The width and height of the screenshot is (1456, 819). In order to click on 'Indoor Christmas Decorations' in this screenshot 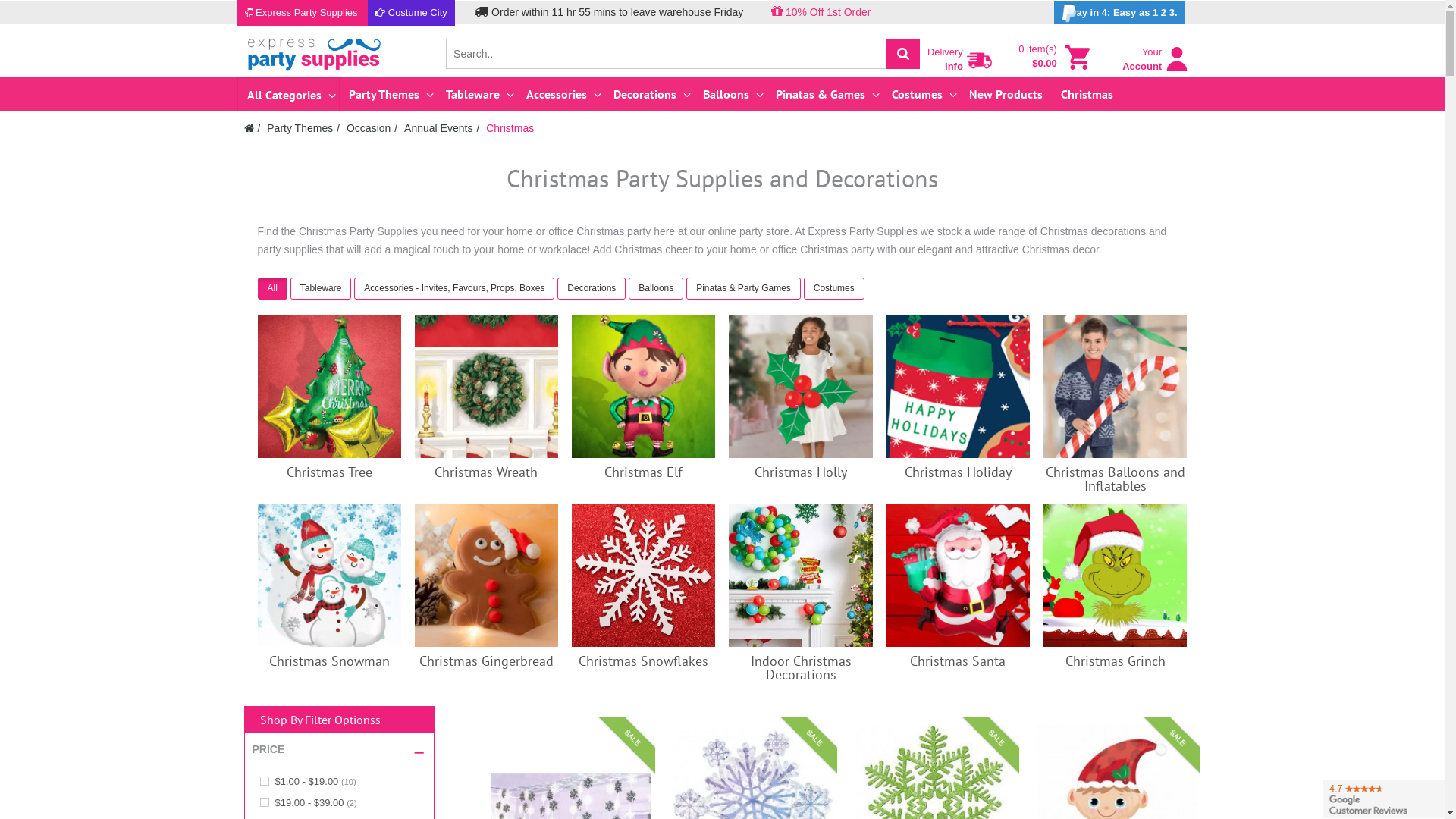, I will do `click(799, 575)`.